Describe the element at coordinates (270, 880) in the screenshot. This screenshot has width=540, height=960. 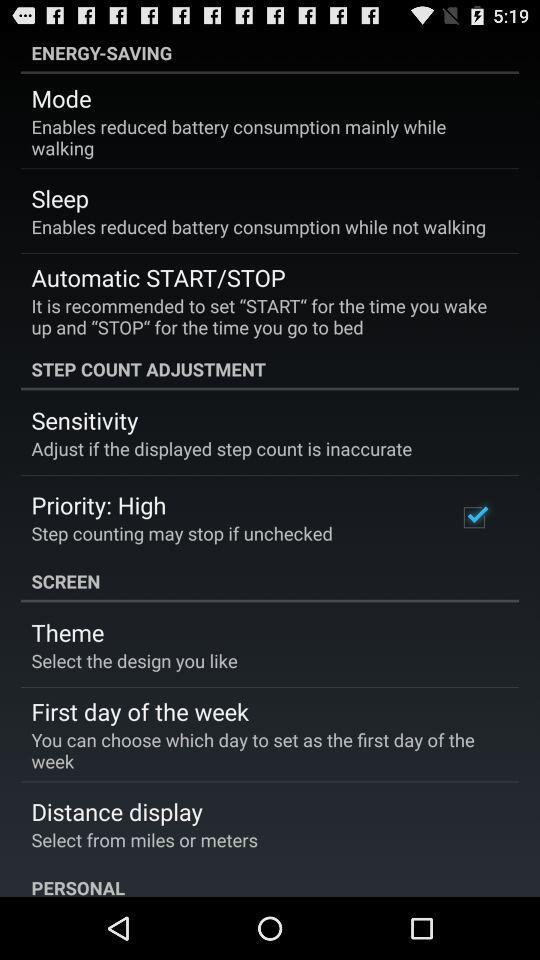
I see `icon below select from miles item` at that location.